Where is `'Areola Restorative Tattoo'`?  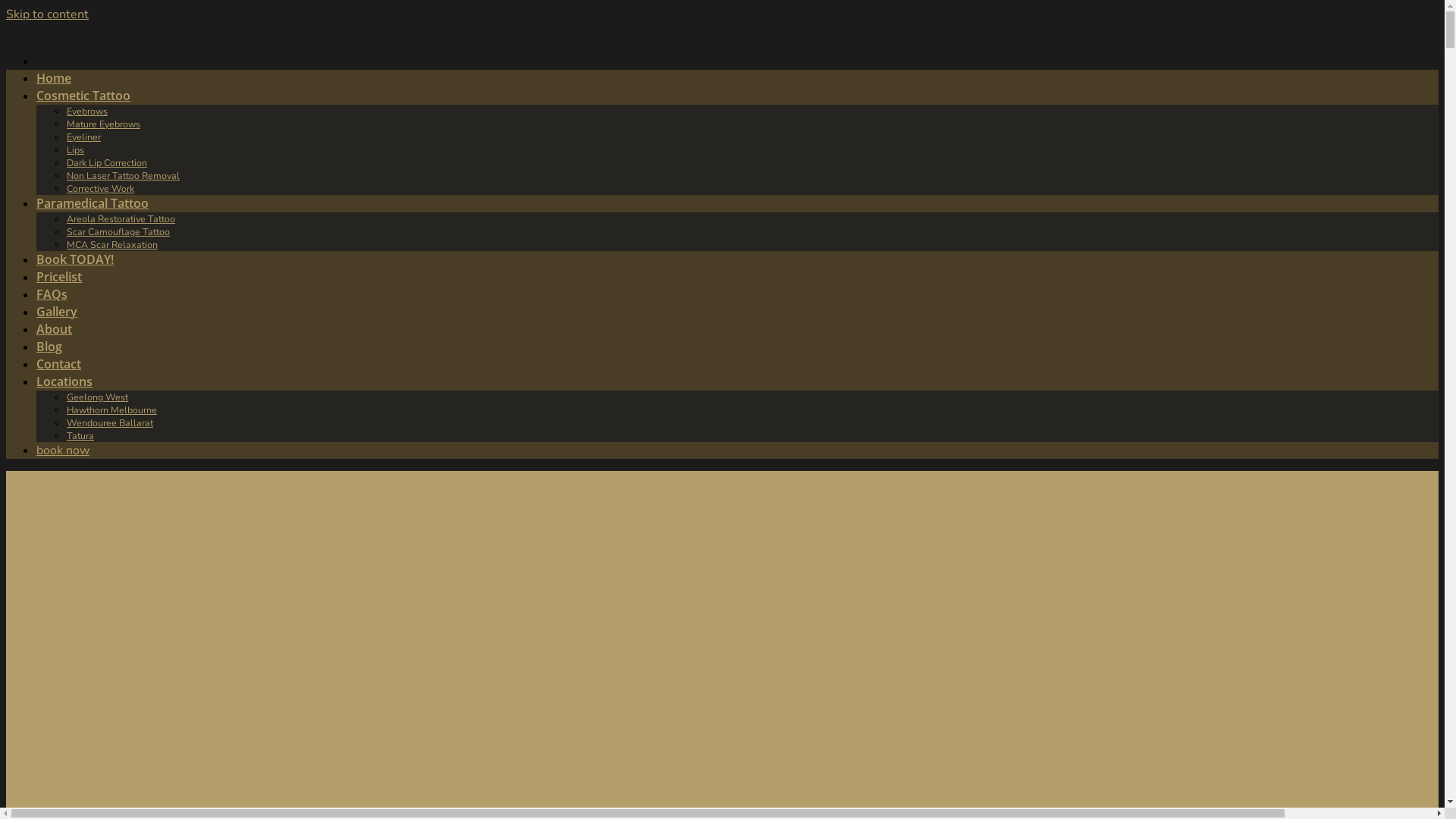 'Areola Restorative Tattoo' is located at coordinates (120, 218).